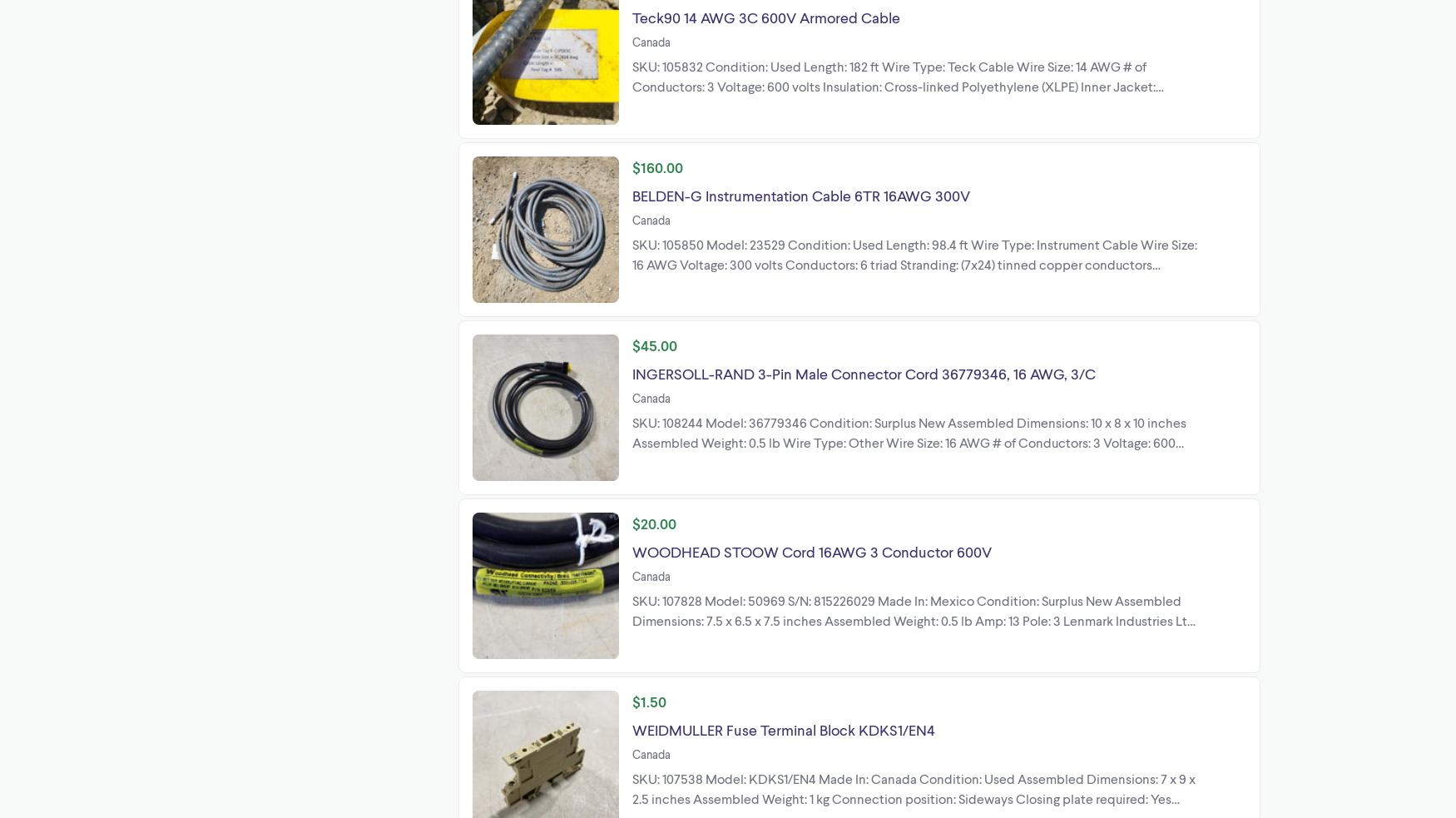 The height and width of the screenshot is (818, 1456). I want to click on '$160.00', so click(656, 166).